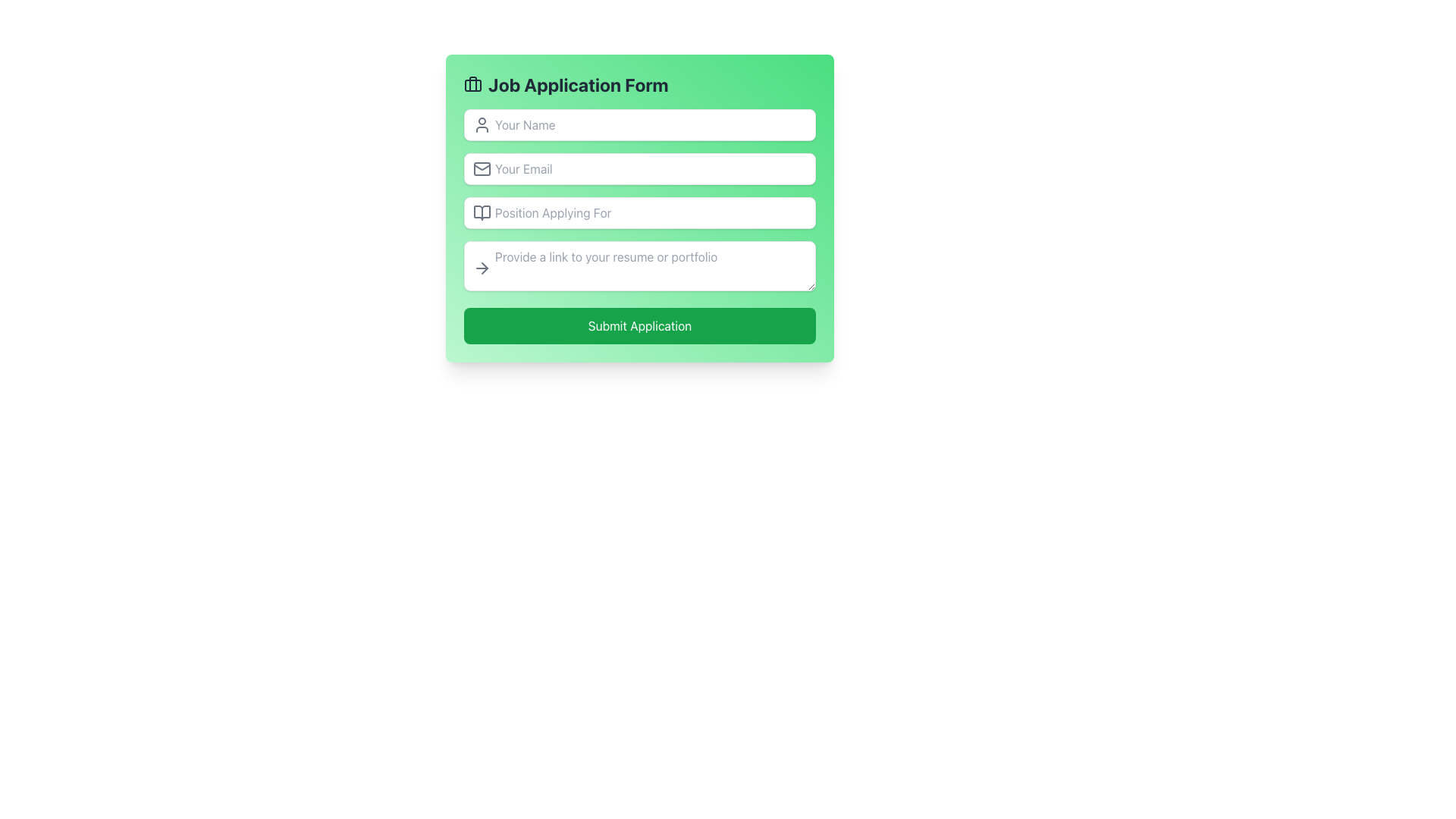 The width and height of the screenshot is (1456, 819). I want to click on the vertical handle bar of the briefcase icon, which is part of the Vector Graphic Component representing a professional context, located to the left of the text 'Job Application Form.', so click(472, 84).